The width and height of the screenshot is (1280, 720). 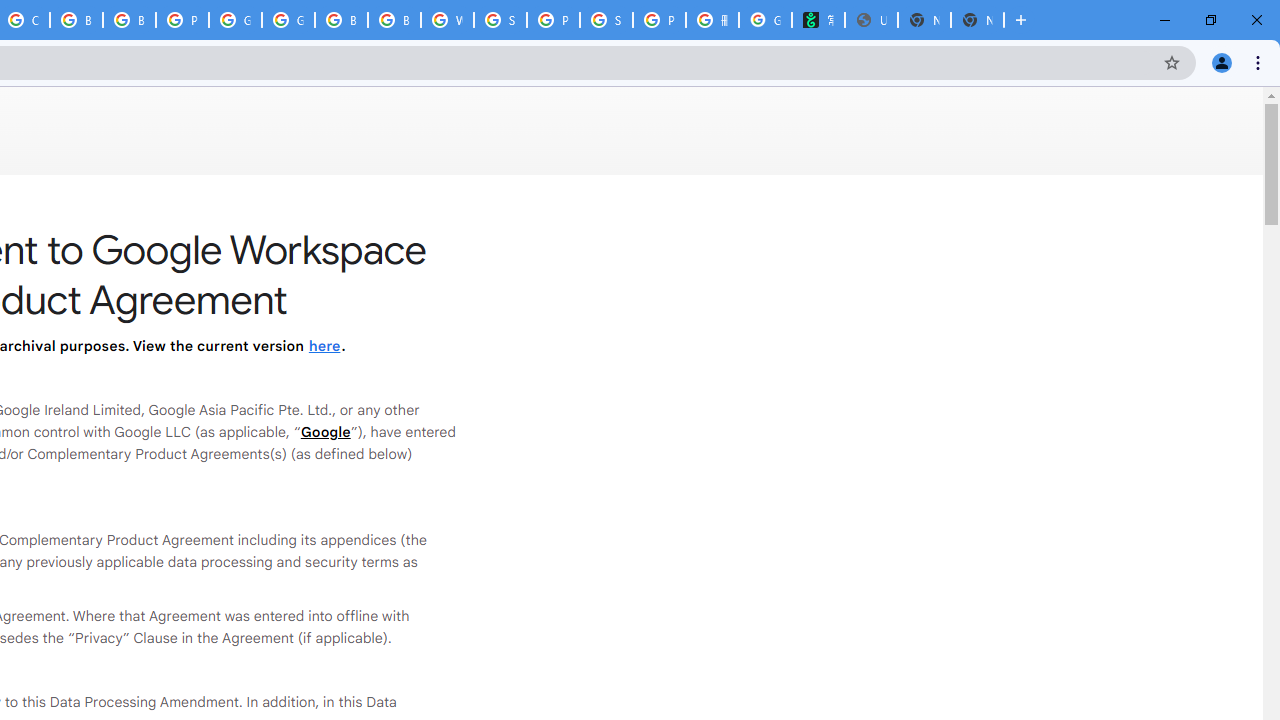 I want to click on 'New Tab', so click(x=977, y=20).